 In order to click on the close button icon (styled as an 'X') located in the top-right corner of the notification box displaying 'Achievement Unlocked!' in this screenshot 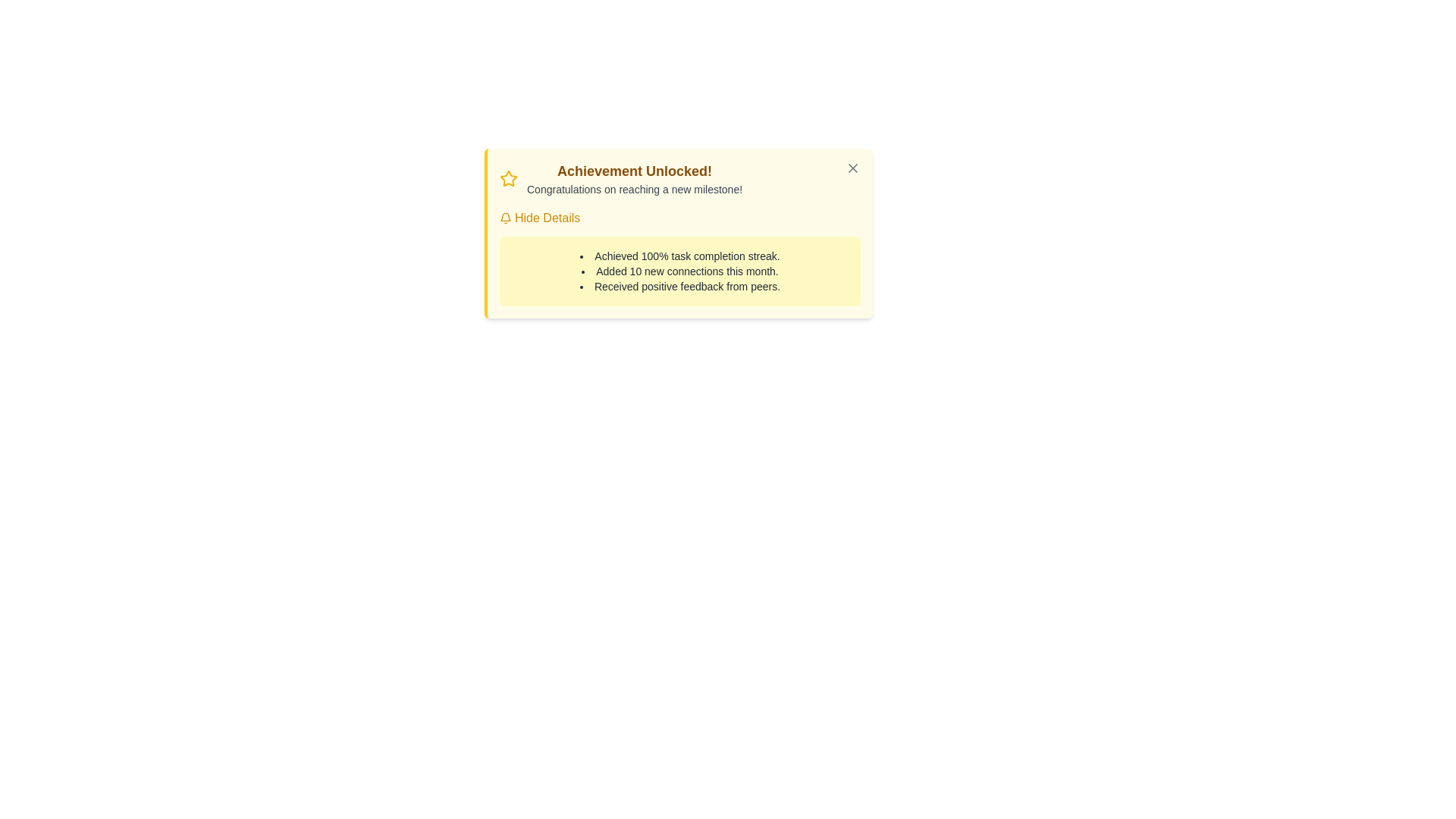, I will do `click(852, 168)`.